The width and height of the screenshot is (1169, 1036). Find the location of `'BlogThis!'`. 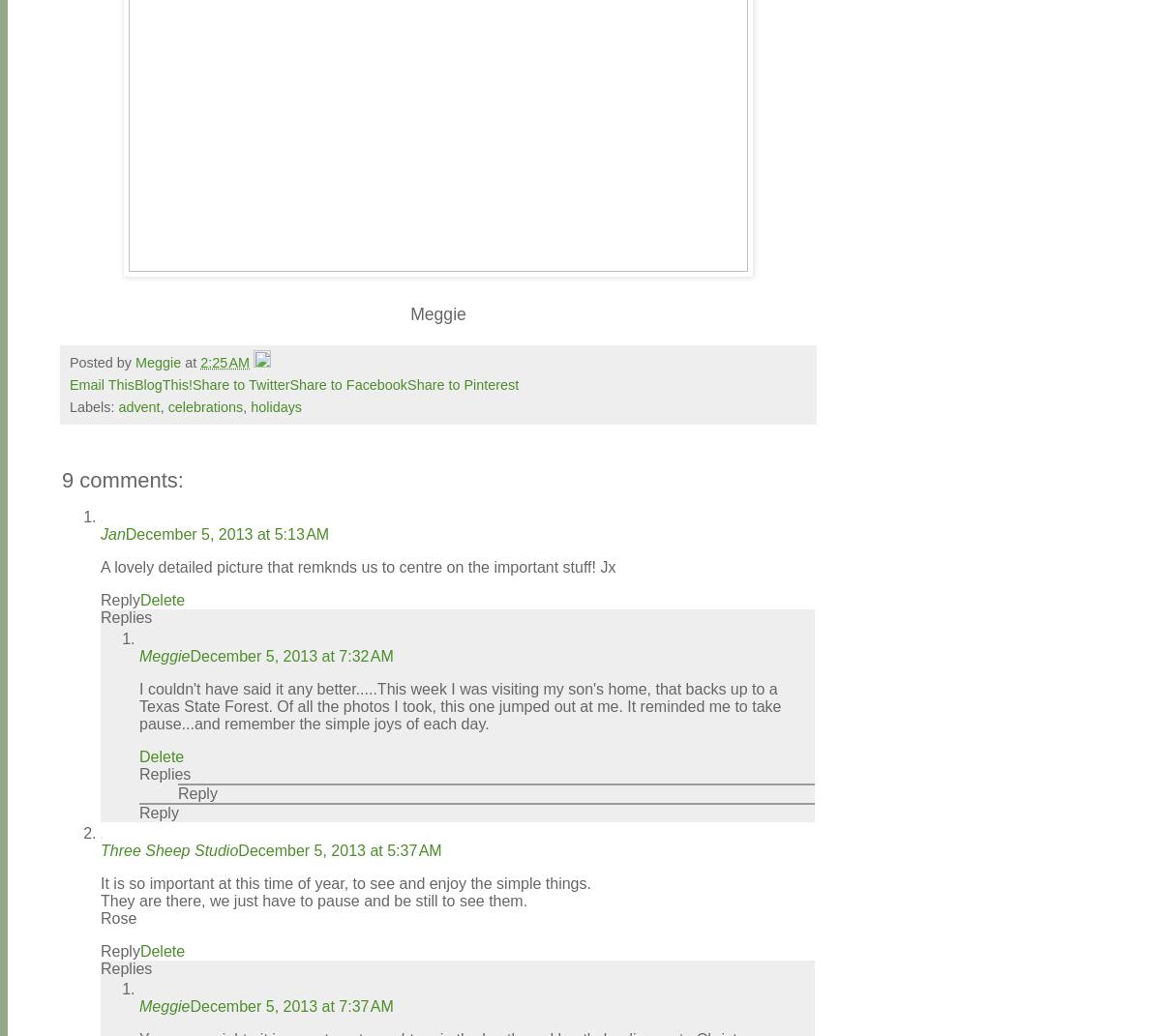

'BlogThis!' is located at coordinates (163, 384).